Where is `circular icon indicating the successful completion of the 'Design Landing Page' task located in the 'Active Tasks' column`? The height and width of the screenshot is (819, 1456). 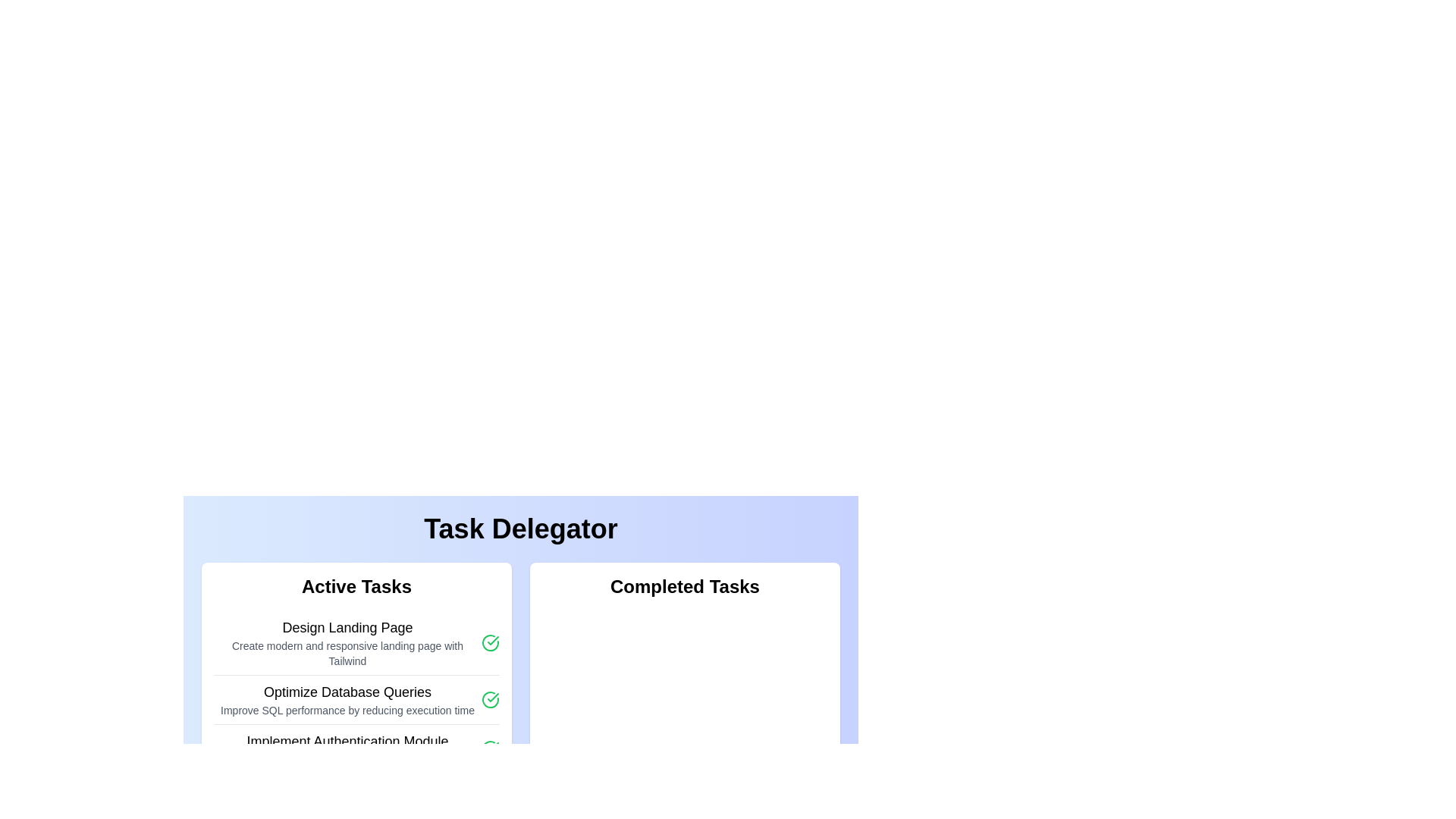
circular icon indicating the successful completion of the 'Design Landing Page' task located in the 'Active Tasks' column is located at coordinates (493, 698).